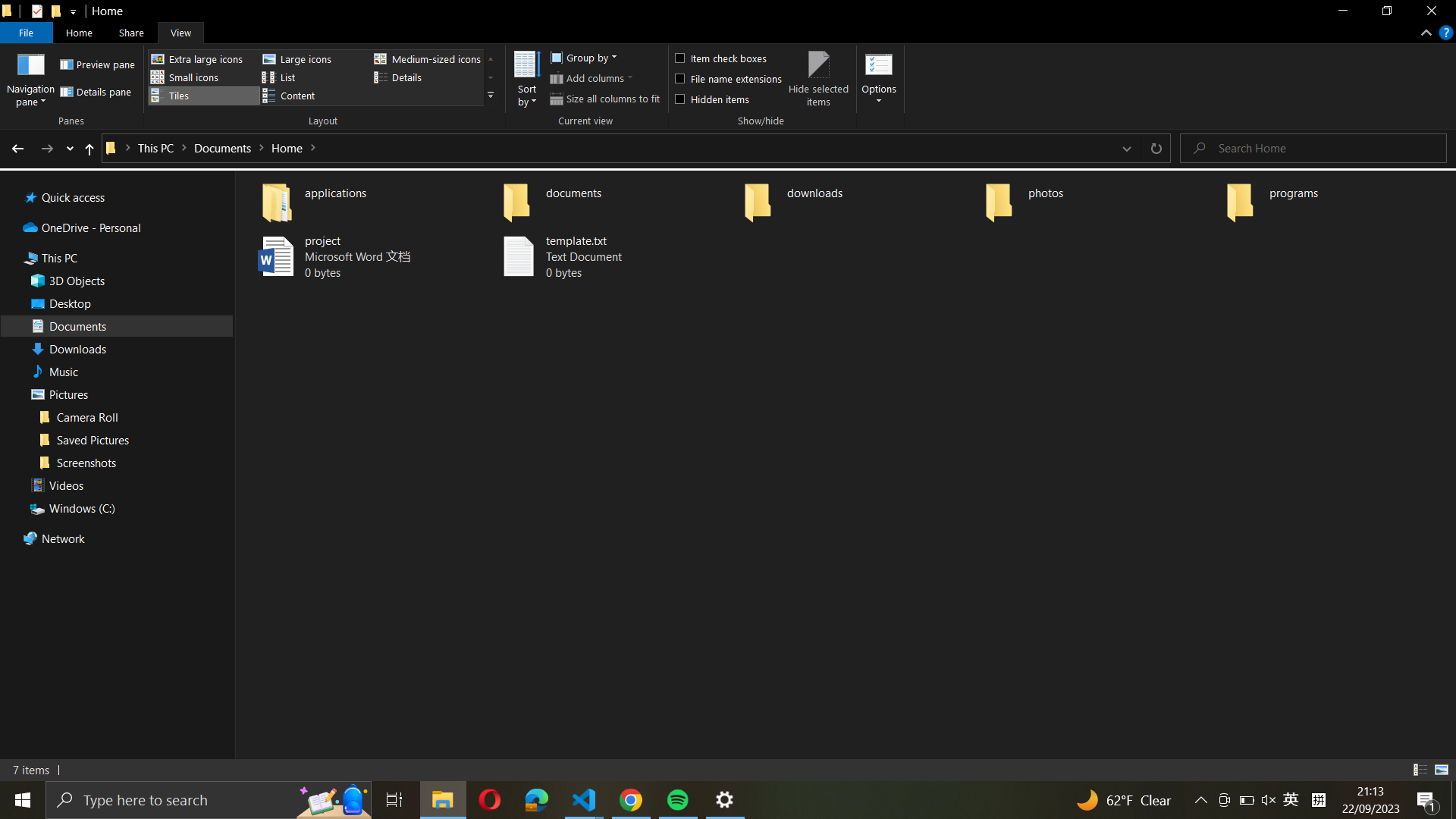 The image size is (1456, 819). Describe the element at coordinates (361, 256) in the screenshot. I see `Change the title of "project.docx" to be "final_project.docx` at that location.